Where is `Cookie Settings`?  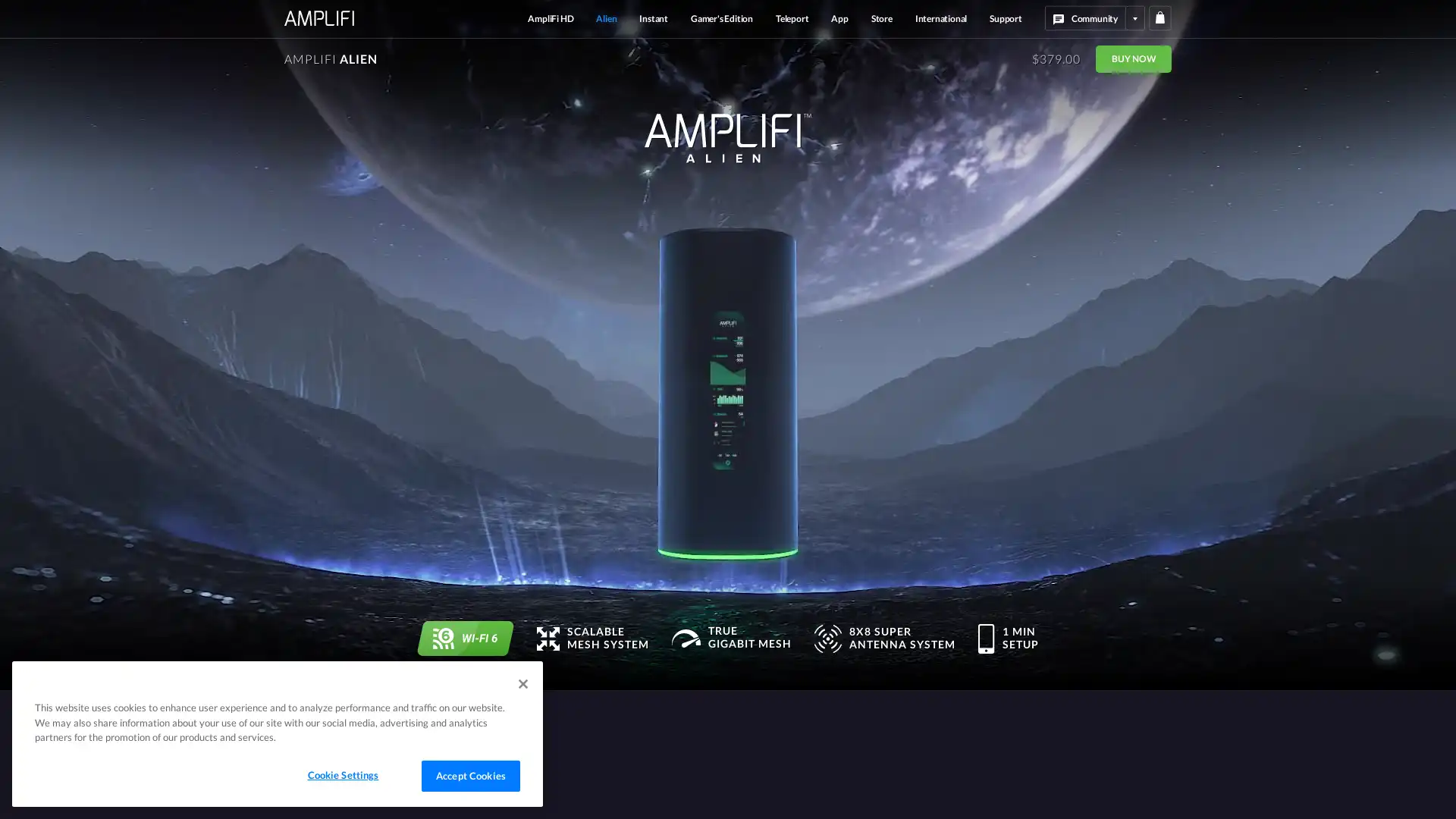 Cookie Settings is located at coordinates (342, 775).